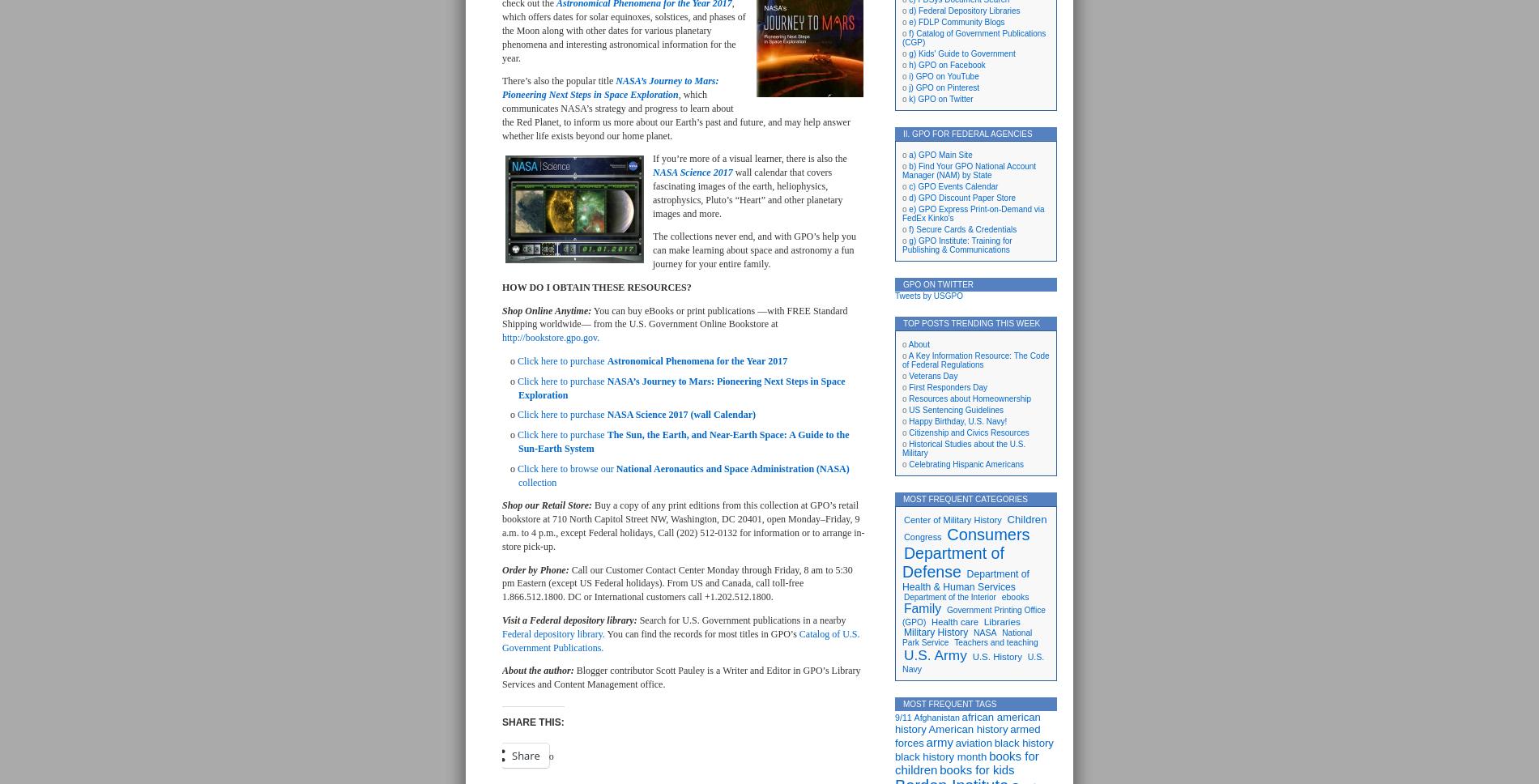  What do you see at coordinates (995, 641) in the screenshot?
I see `'Teachers and teaching'` at bounding box center [995, 641].